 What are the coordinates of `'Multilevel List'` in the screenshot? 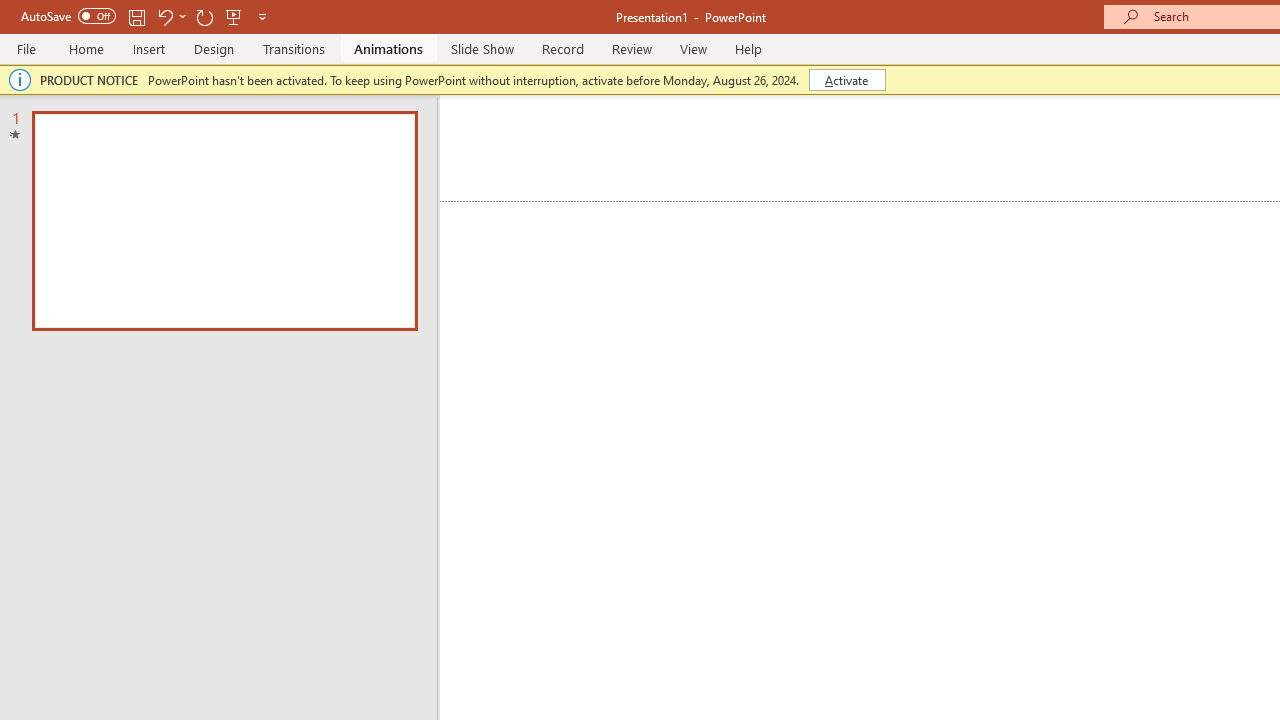 It's located at (850, 136).